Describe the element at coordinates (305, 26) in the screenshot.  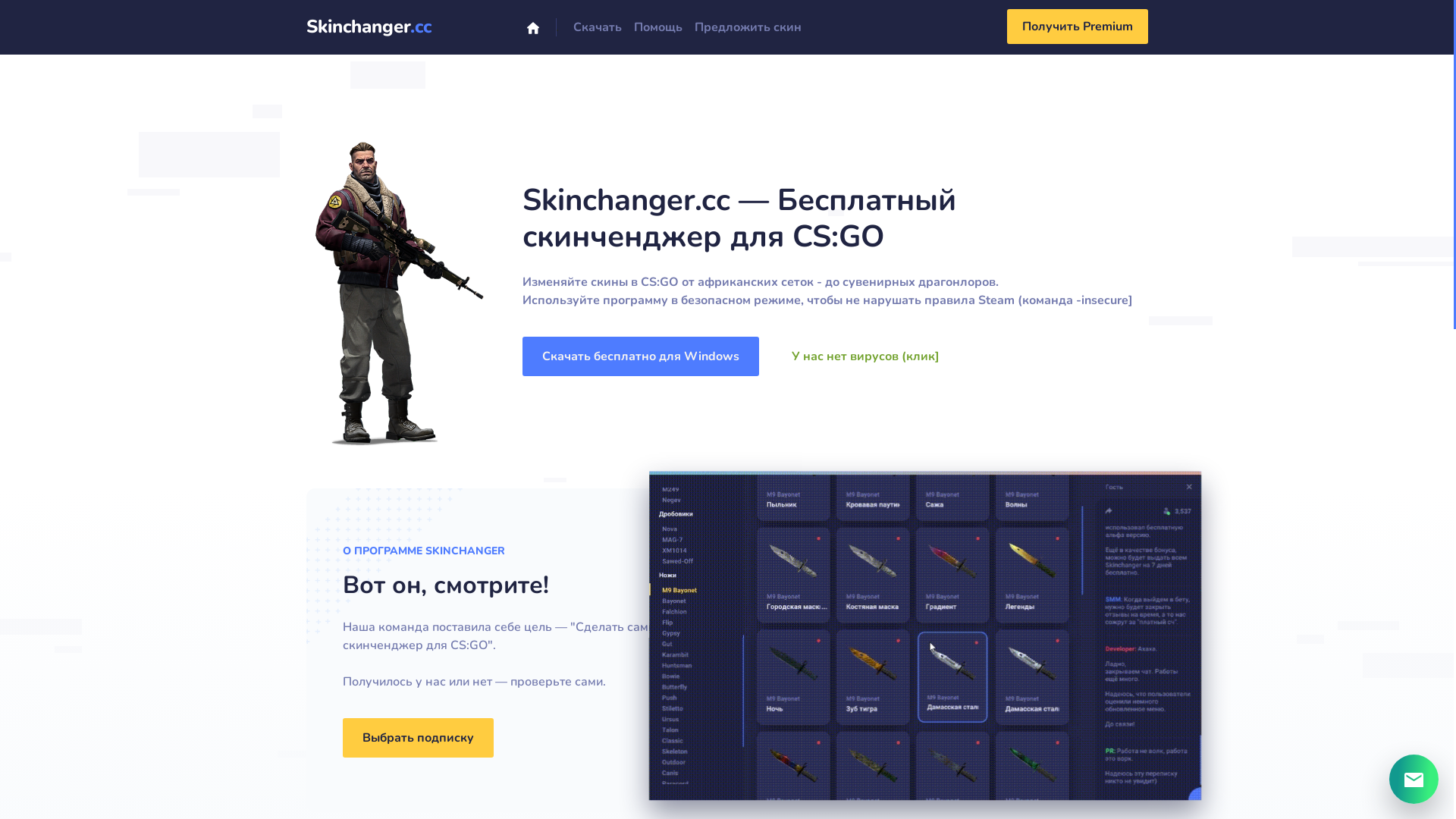
I see `'Skinchanger.cc'` at that location.